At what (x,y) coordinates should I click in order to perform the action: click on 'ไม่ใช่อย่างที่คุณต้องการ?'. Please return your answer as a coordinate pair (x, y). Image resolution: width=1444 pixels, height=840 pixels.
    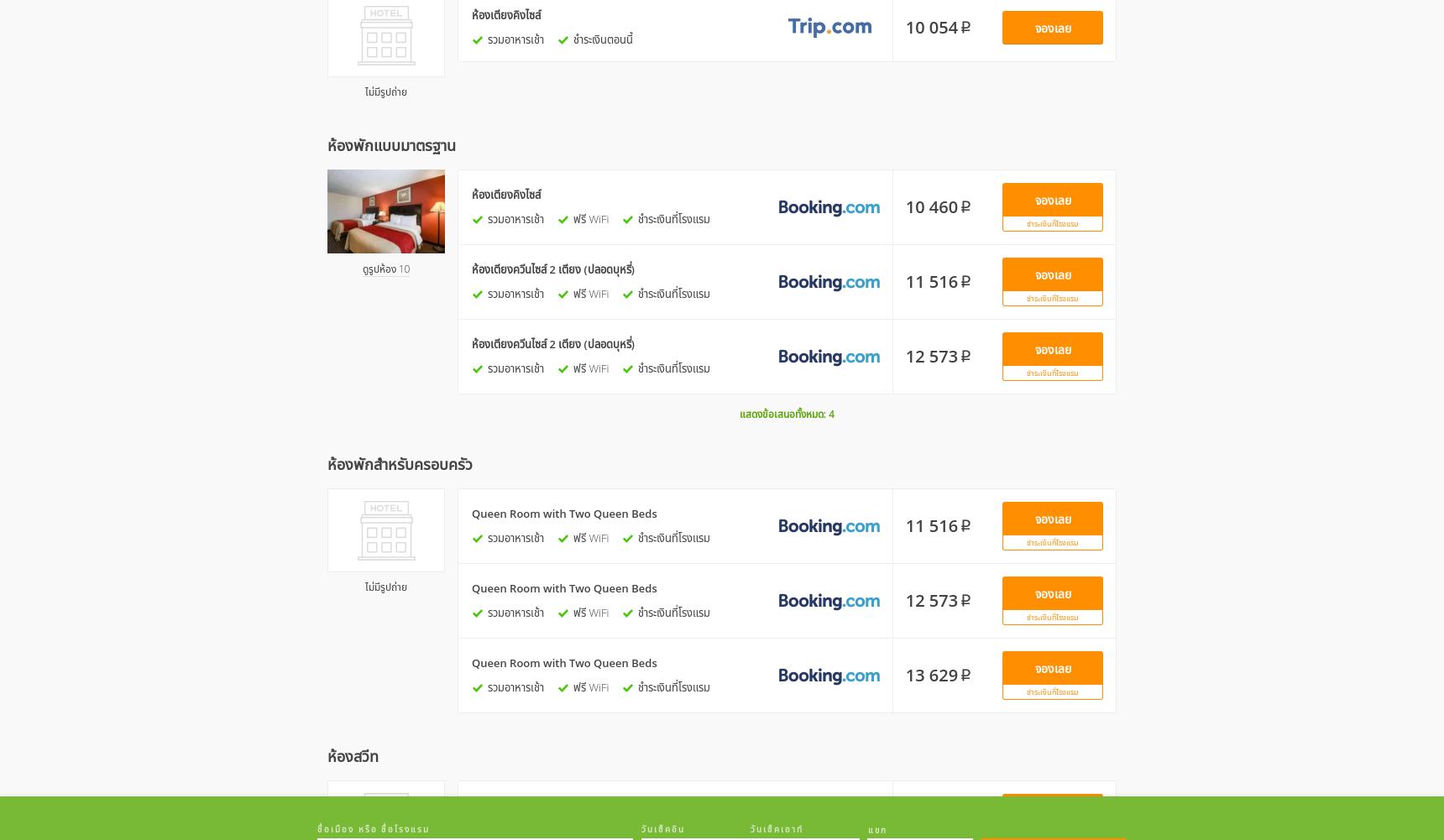
    Looking at the image, I should click on (721, 642).